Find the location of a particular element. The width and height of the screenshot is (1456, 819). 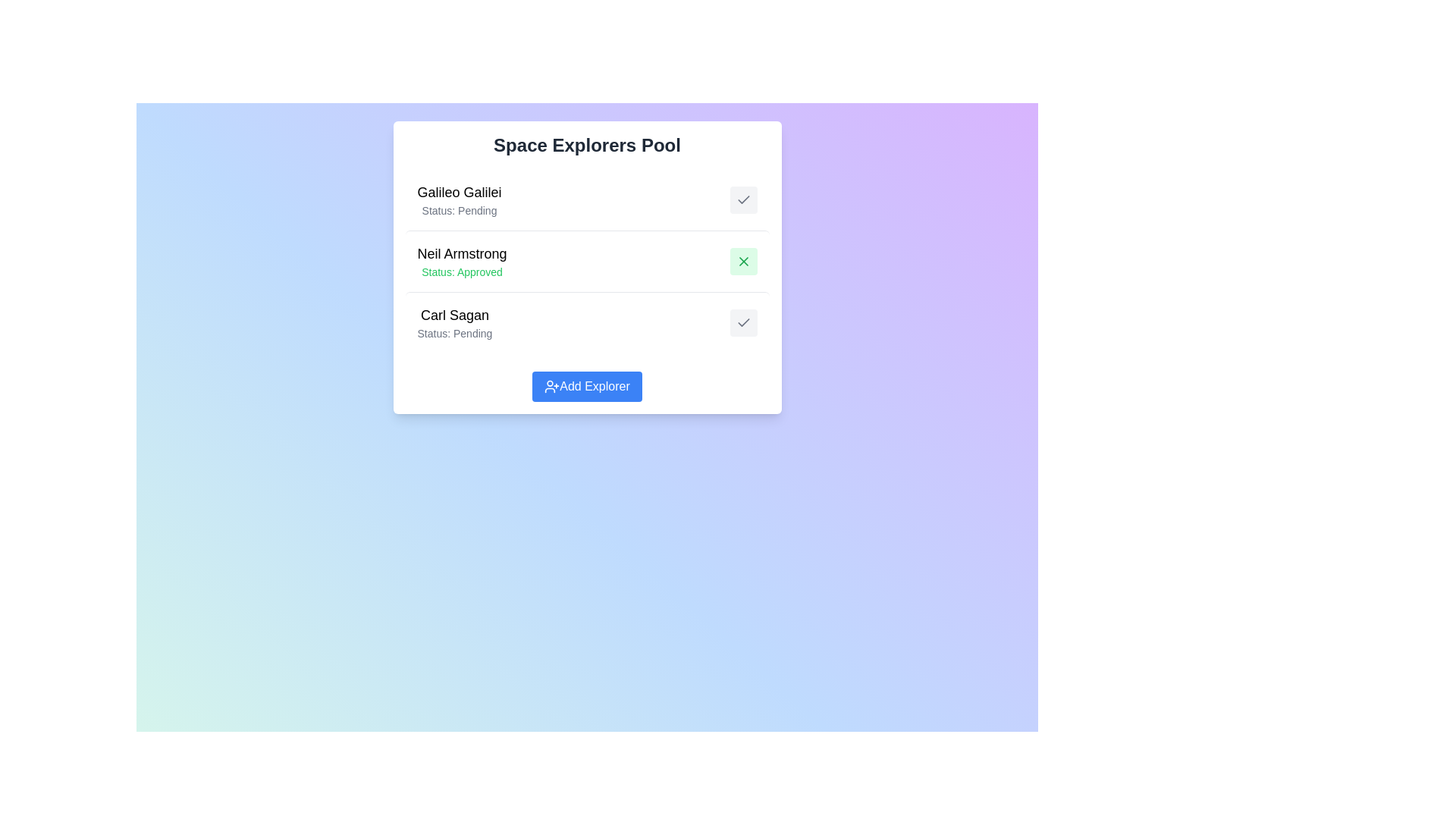

the text label that represents a name in the first row of a vertically arranged list, positioned above the 'Status: Pending' text and right-aligned with other textual elements is located at coordinates (458, 192).